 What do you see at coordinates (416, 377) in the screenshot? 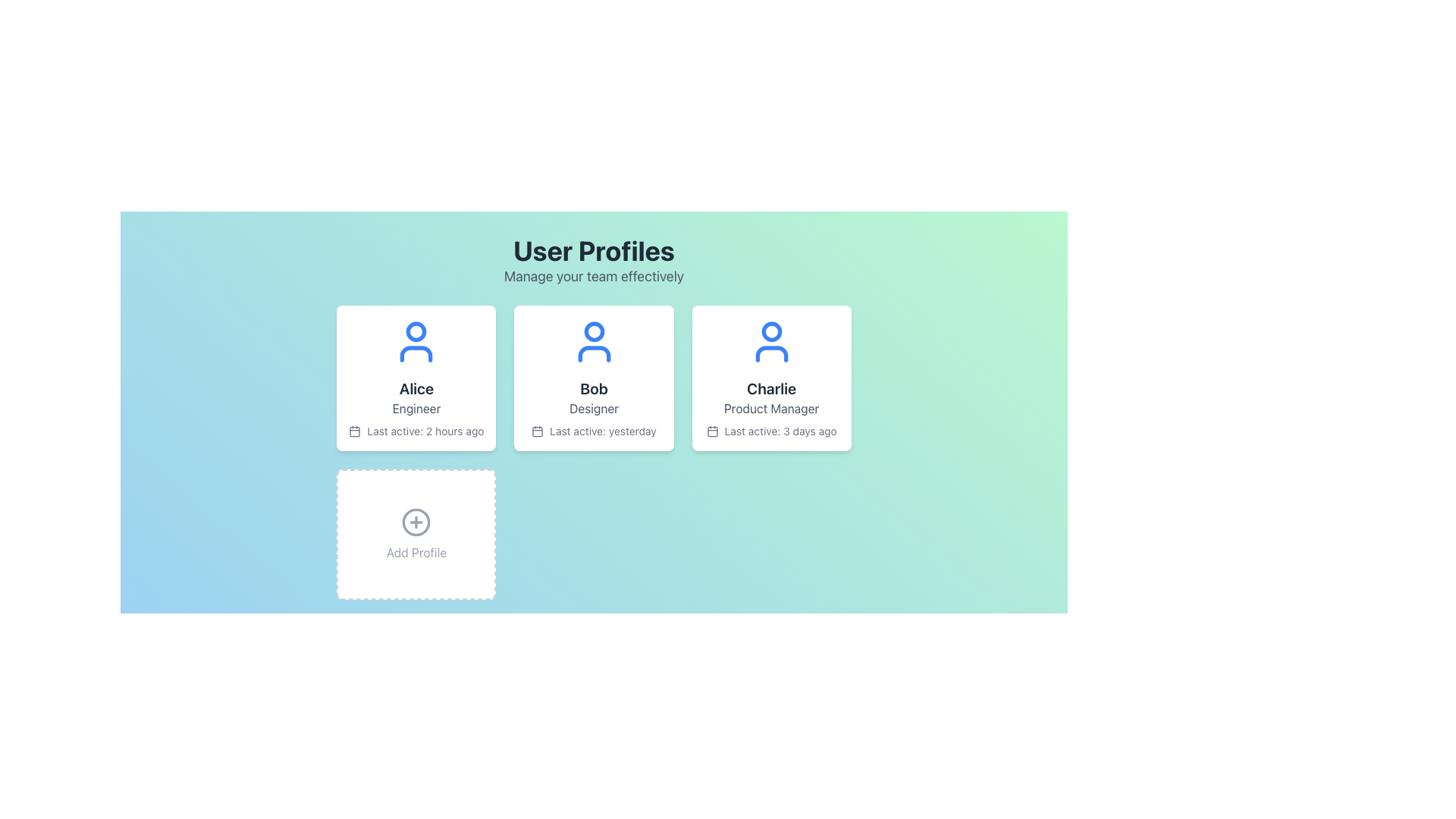
I see `the user profile card for Alice, which is the leftmost card in a set of three horizontally aligned profile cards` at bounding box center [416, 377].